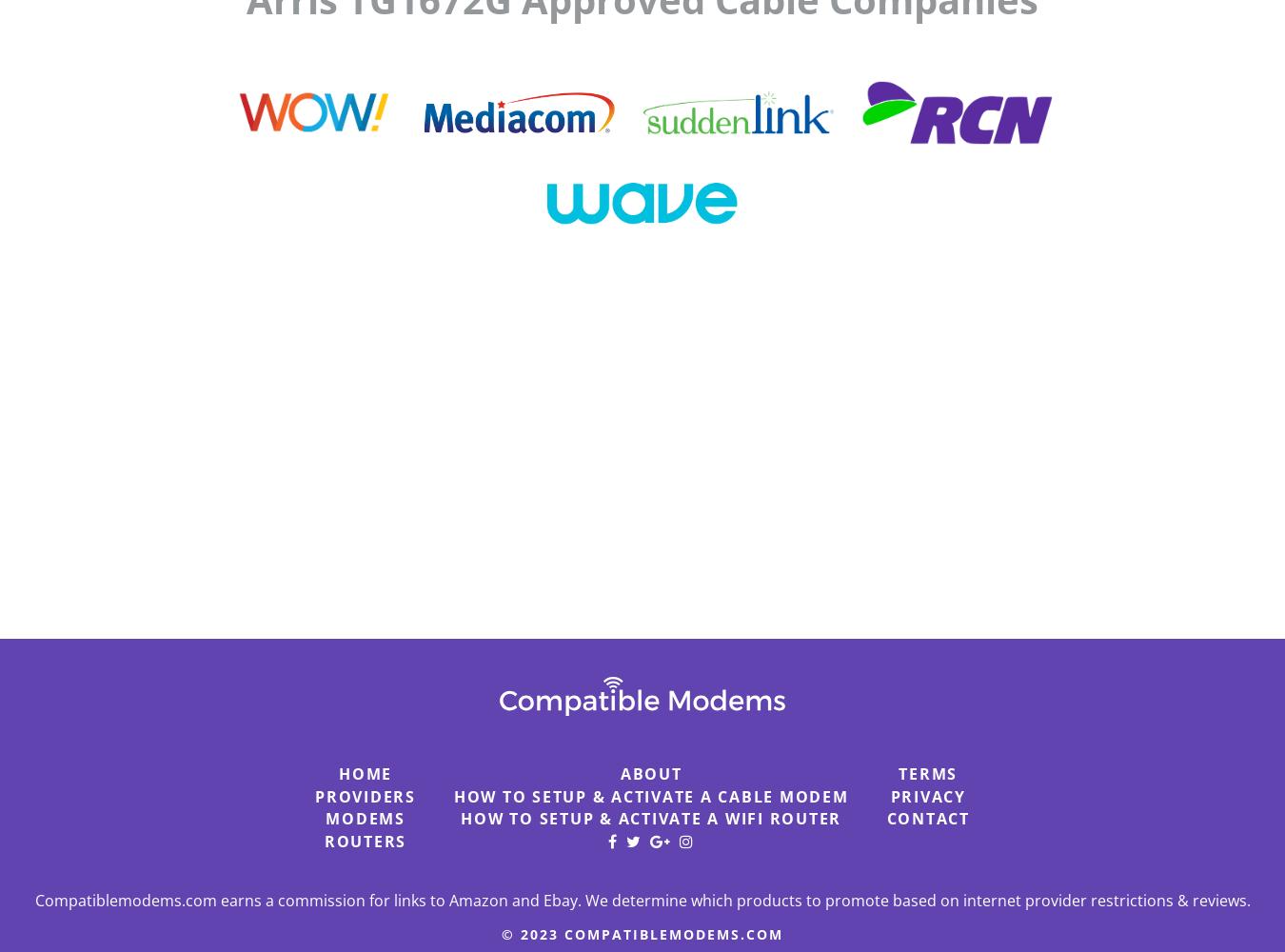  What do you see at coordinates (365, 773) in the screenshot?
I see `'Home'` at bounding box center [365, 773].